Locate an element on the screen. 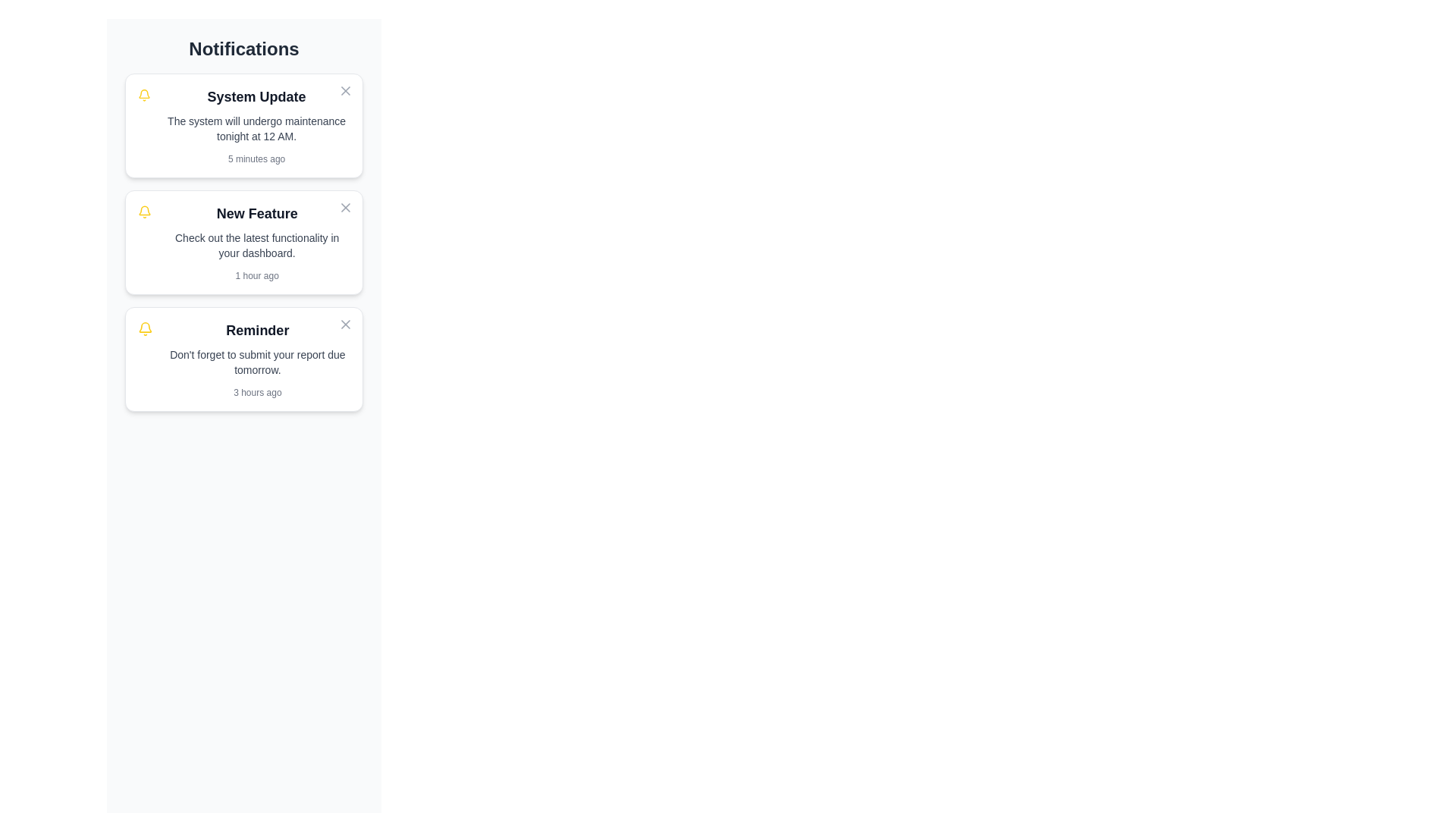  the 'System Update' text label which is styled as a prominent heading in bold and dark gray color, located at the top of the first notification card is located at coordinates (256, 96).